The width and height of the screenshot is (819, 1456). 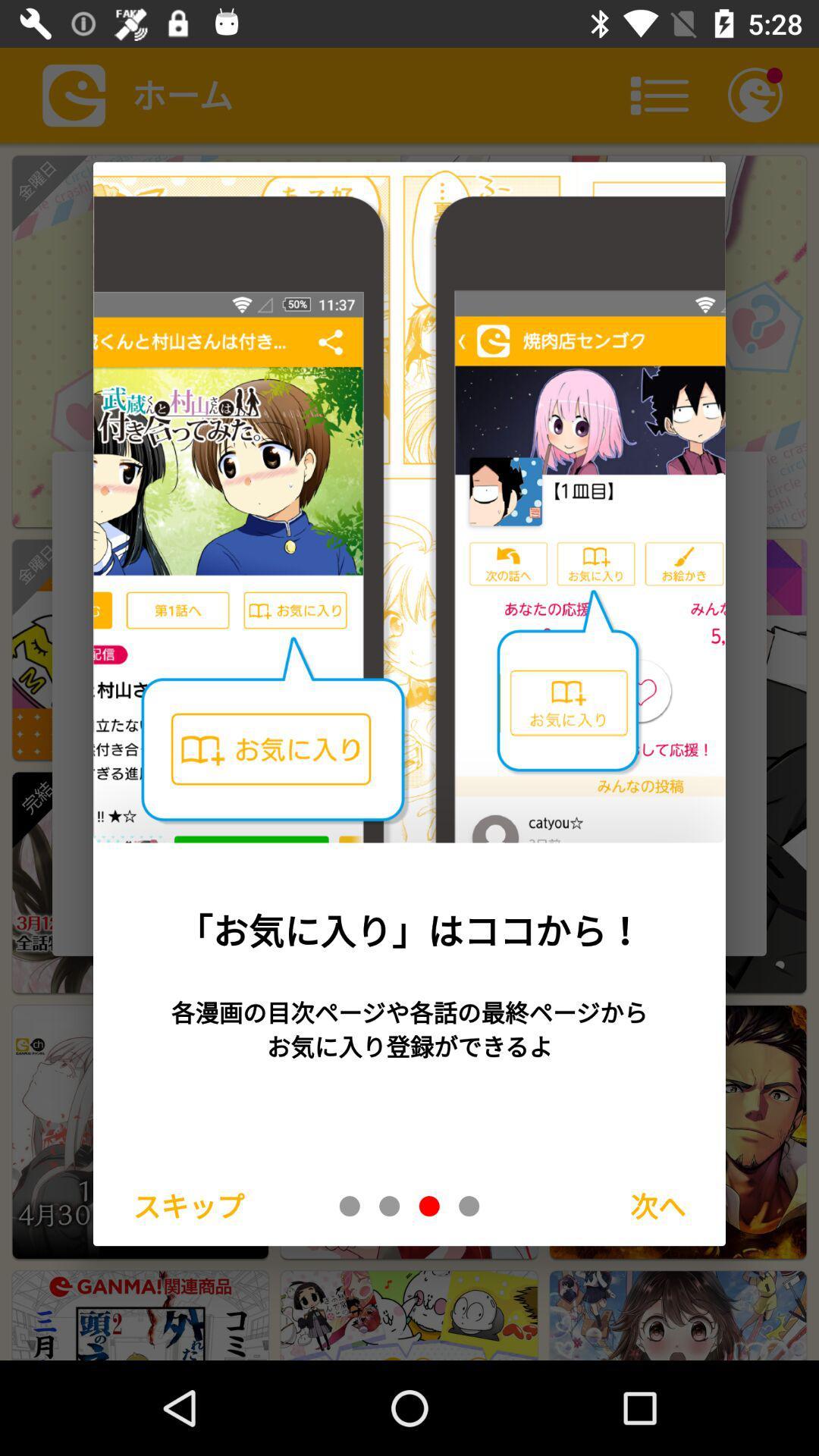 What do you see at coordinates (468, 1205) in the screenshot?
I see `next page view` at bounding box center [468, 1205].